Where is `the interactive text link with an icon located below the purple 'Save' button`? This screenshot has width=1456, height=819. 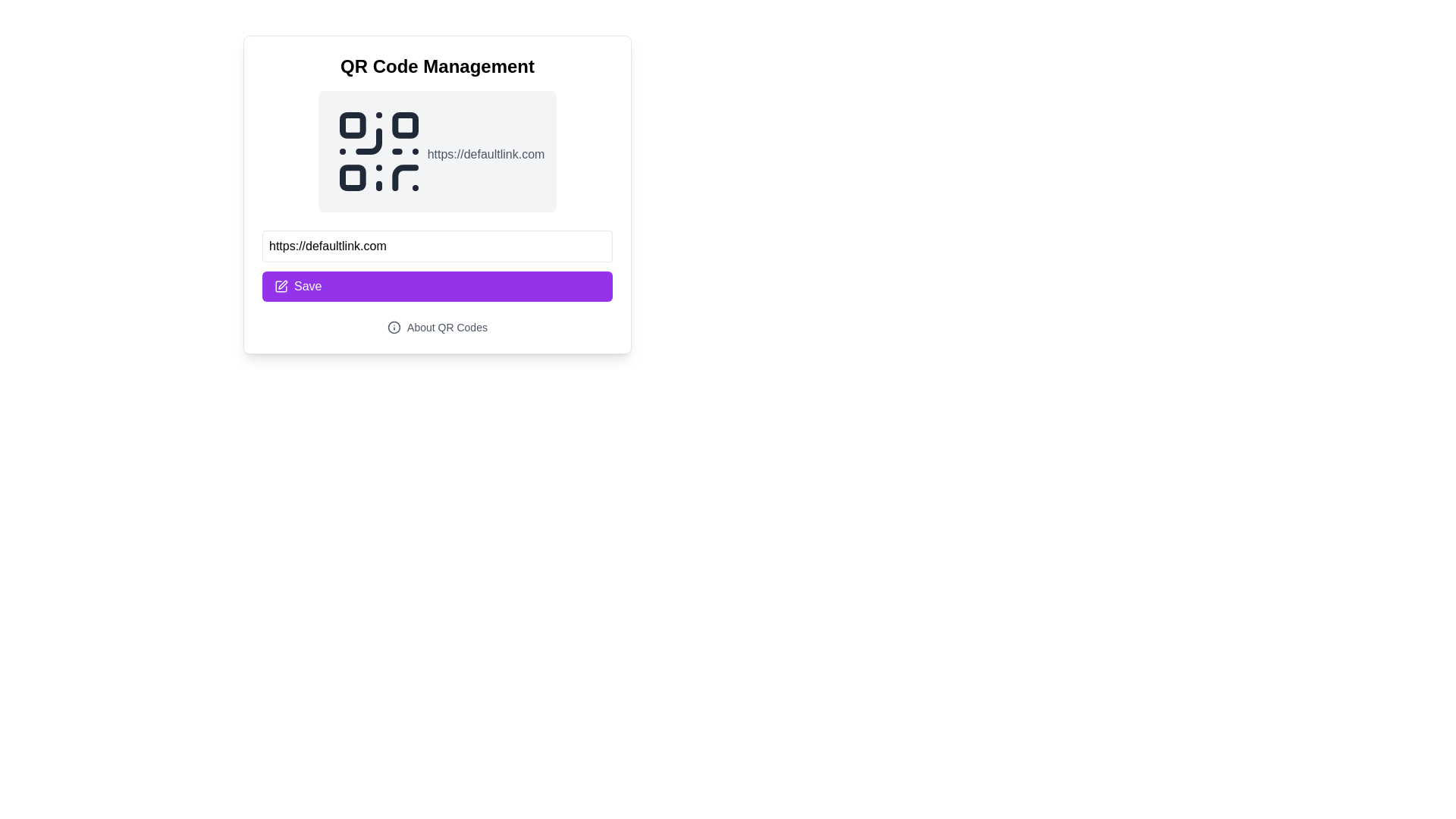 the interactive text link with an icon located below the purple 'Save' button is located at coordinates (436, 327).